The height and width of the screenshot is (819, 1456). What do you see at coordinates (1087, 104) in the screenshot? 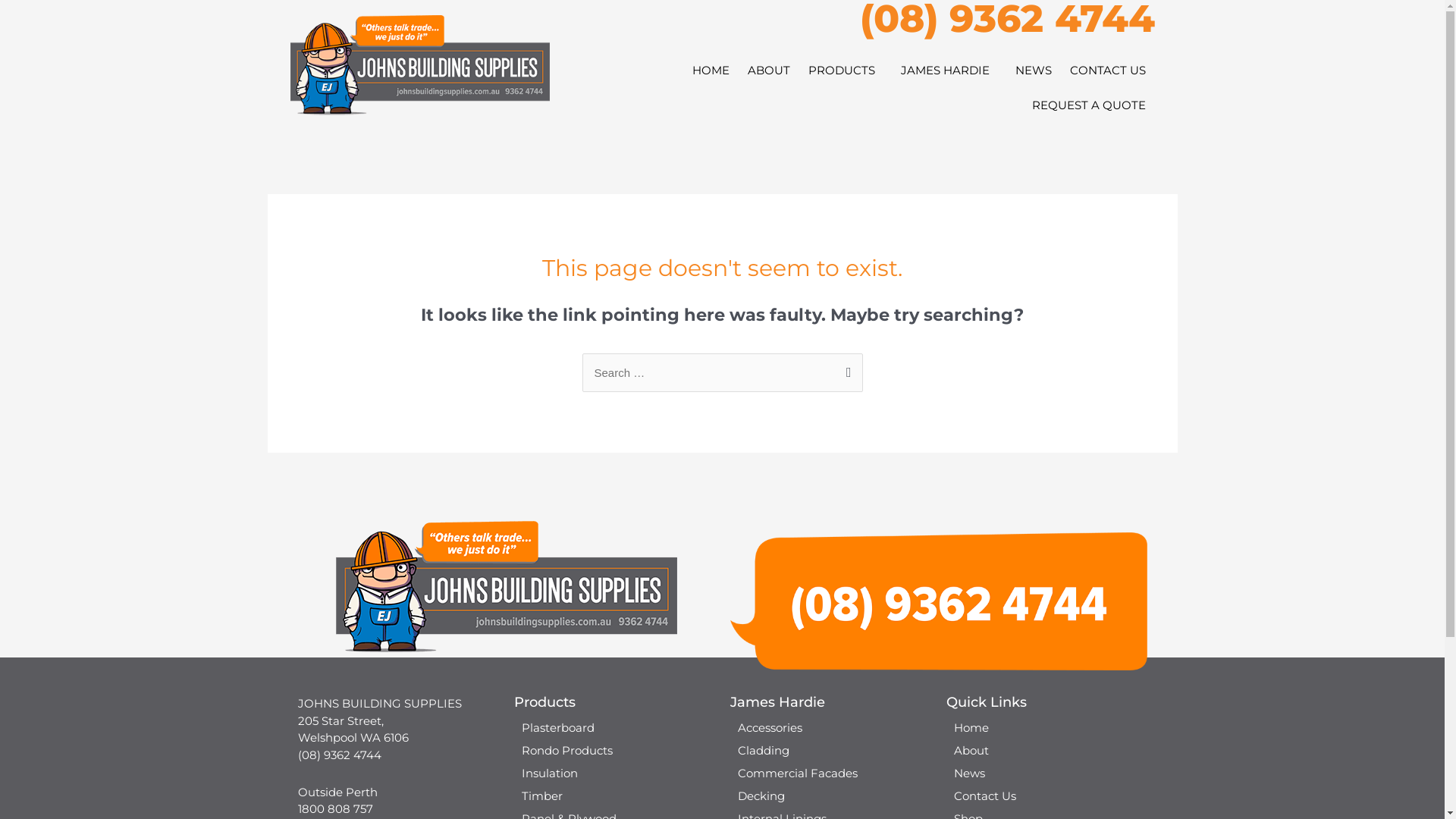
I see `'REQUEST A QUOTE'` at bounding box center [1087, 104].